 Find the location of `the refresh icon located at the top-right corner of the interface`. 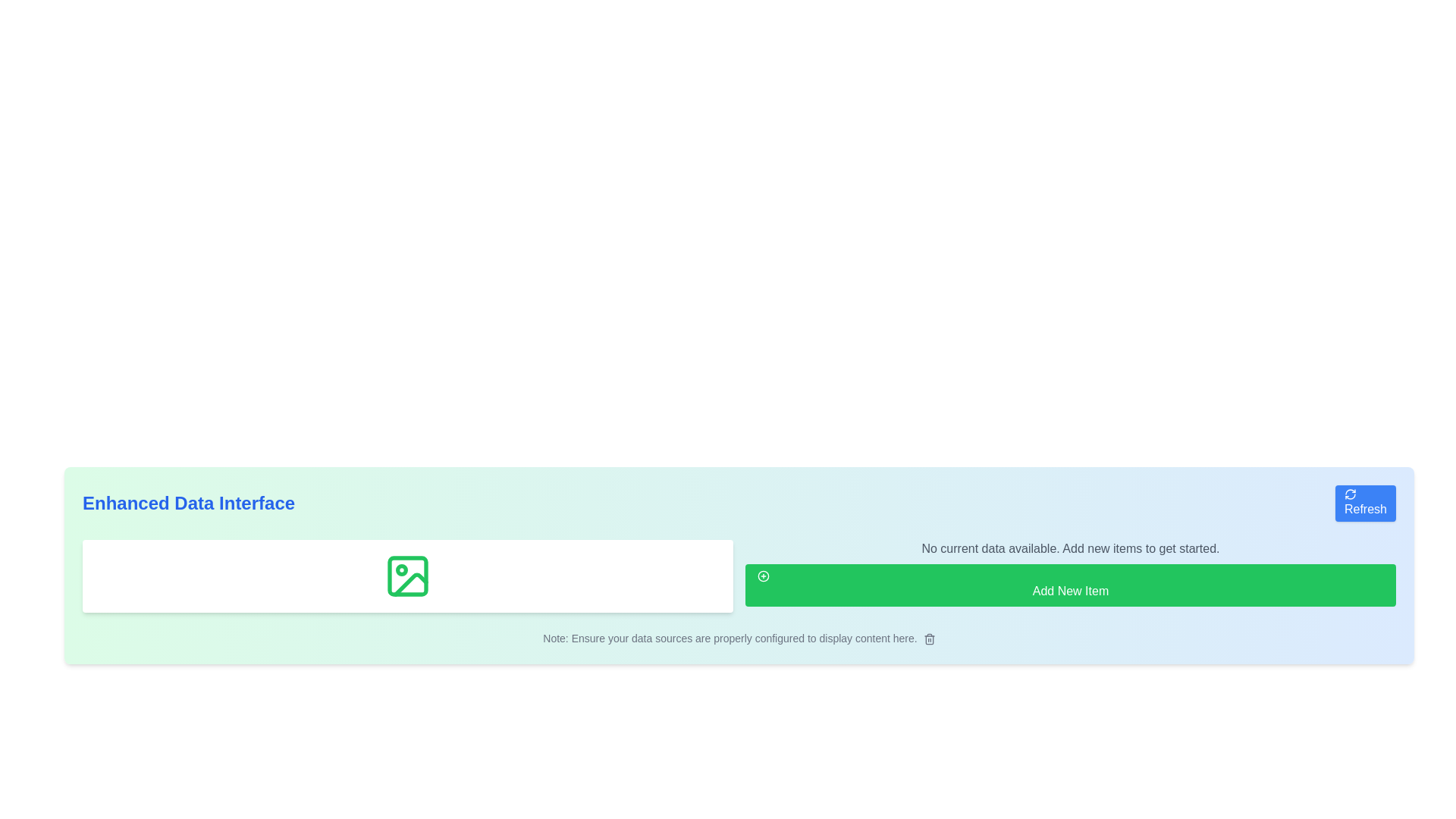

the refresh icon located at the top-right corner of the interface is located at coordinates (1350, 494).